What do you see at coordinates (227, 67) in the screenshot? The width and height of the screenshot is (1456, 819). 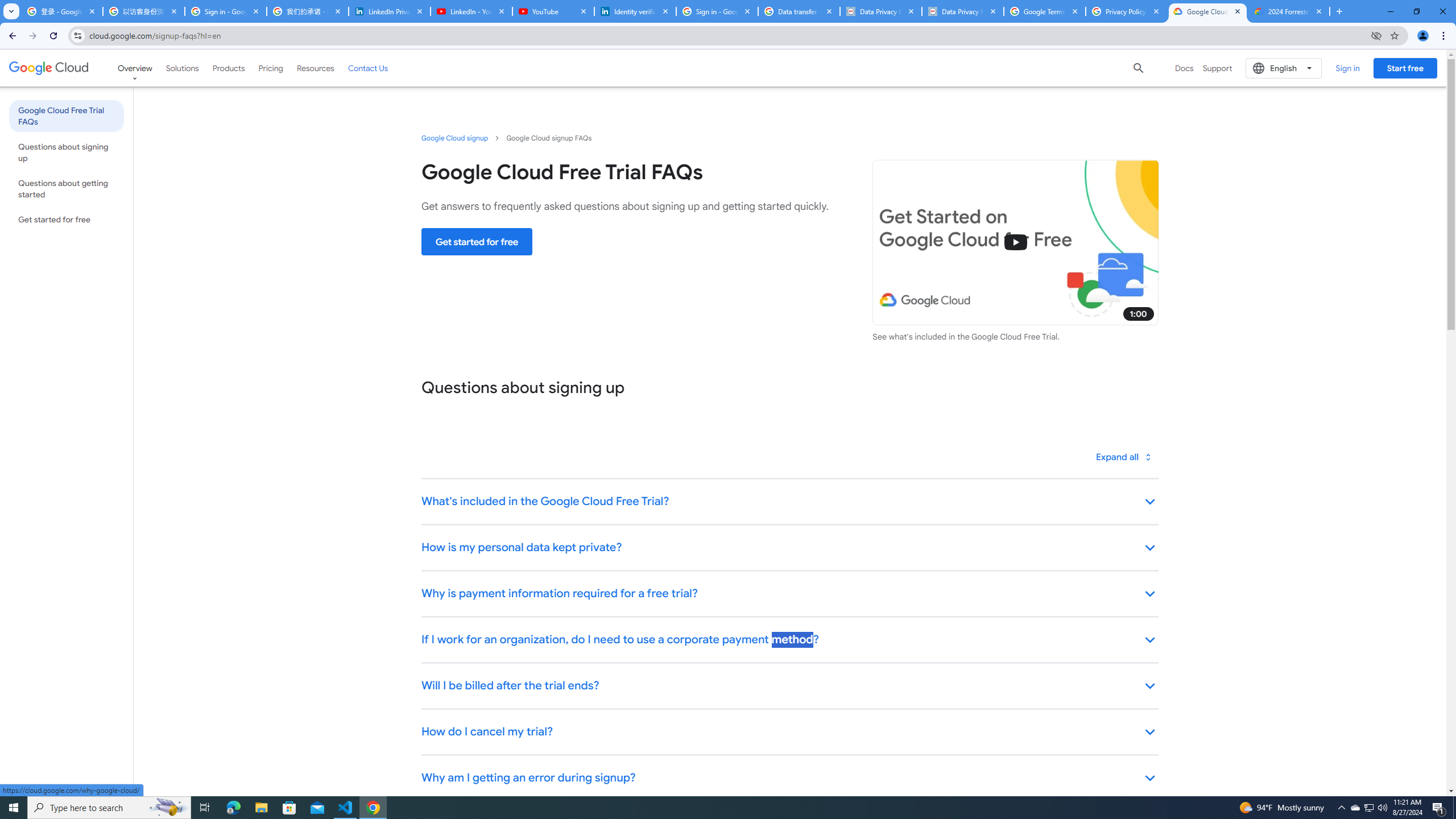 I see `'Products'` at bounding box center [227, 67].